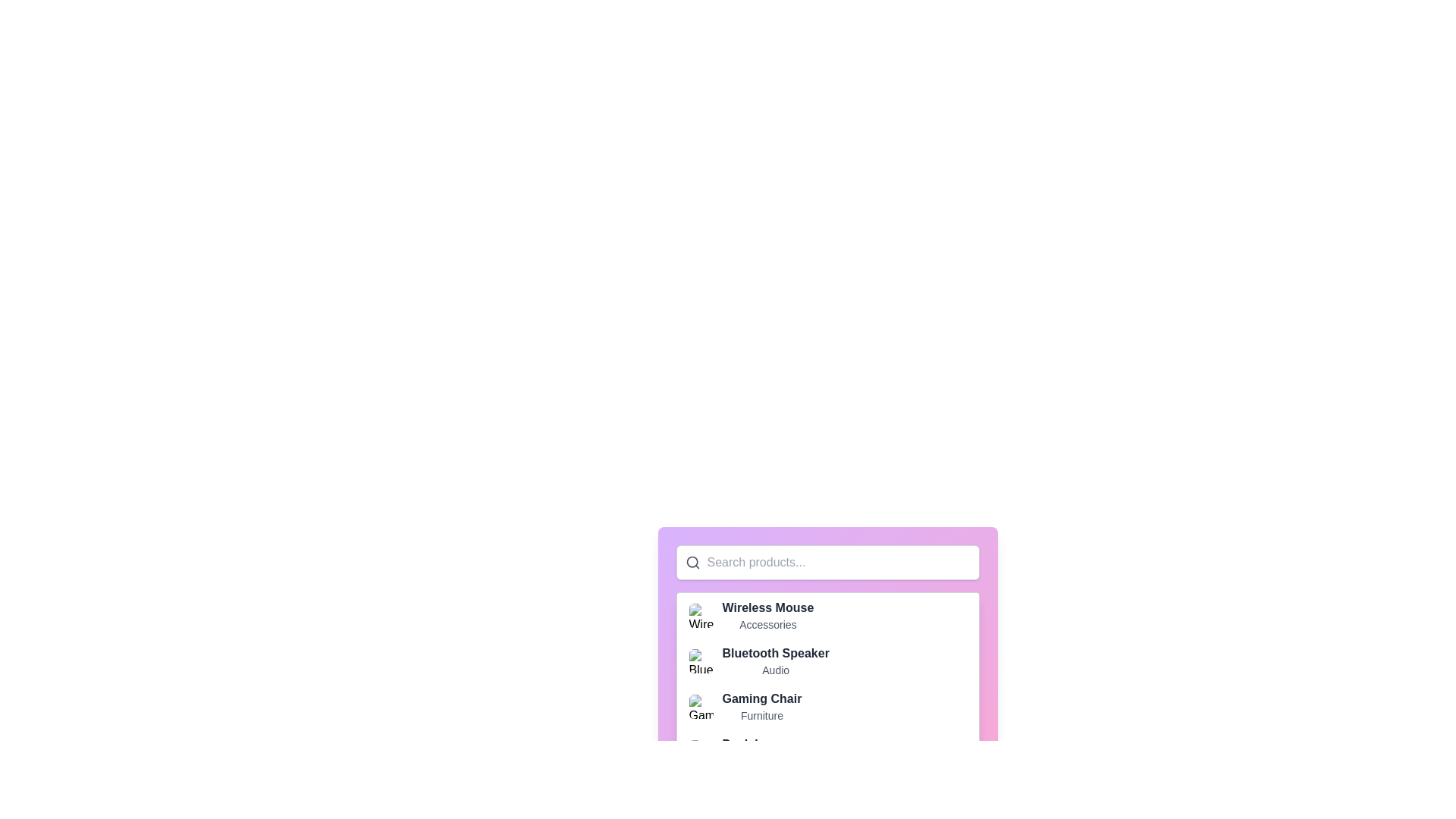 The height and width of the screenshot is (819, 1456). What do you see at coordinates (827, 707) in the screenshot?
I see `the 'Gaming Chair' selectable dropdown list item` at bounding box center [827, 707].